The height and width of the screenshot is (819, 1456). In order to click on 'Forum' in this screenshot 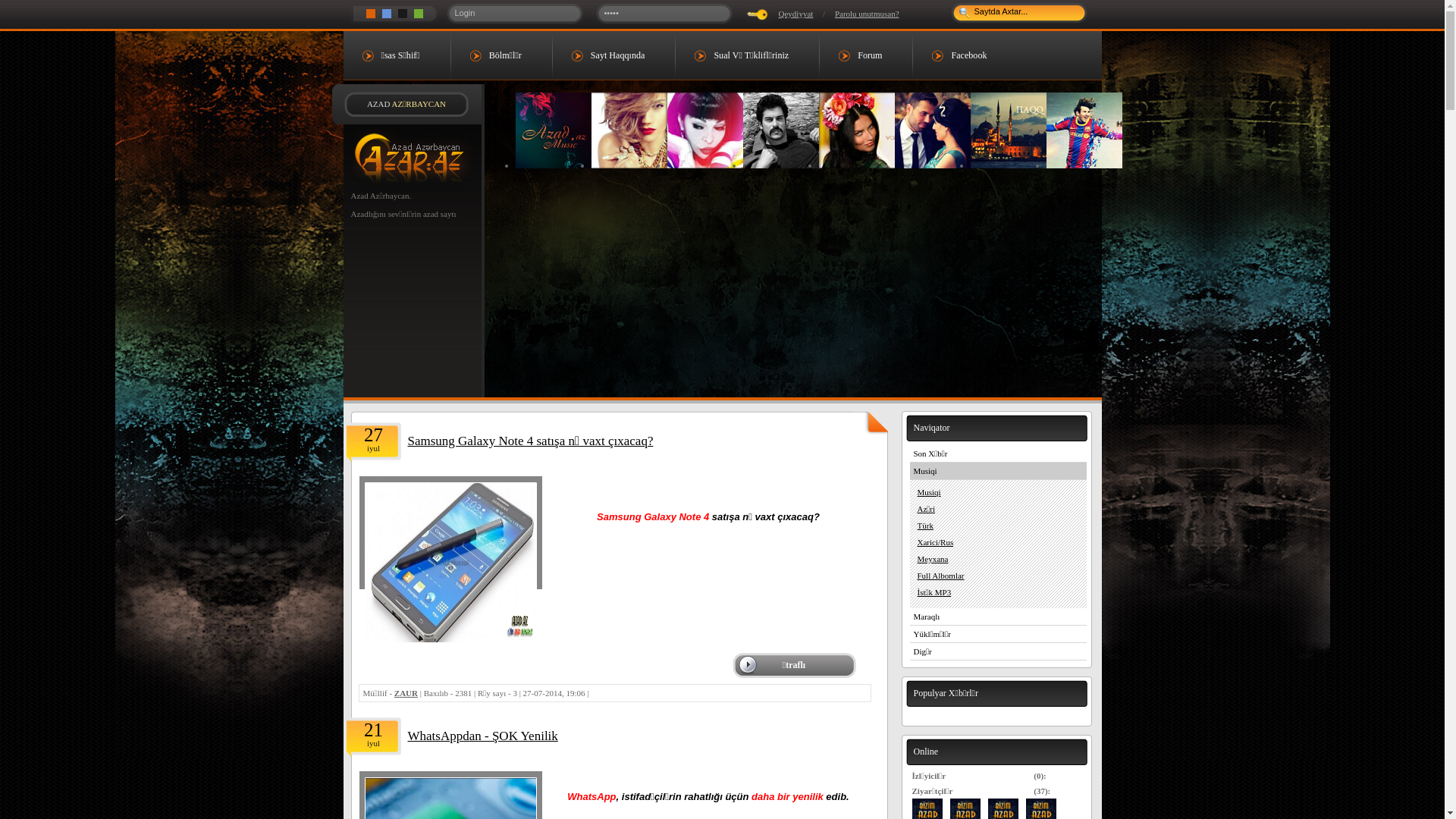, I will do `click(866, 55)`.